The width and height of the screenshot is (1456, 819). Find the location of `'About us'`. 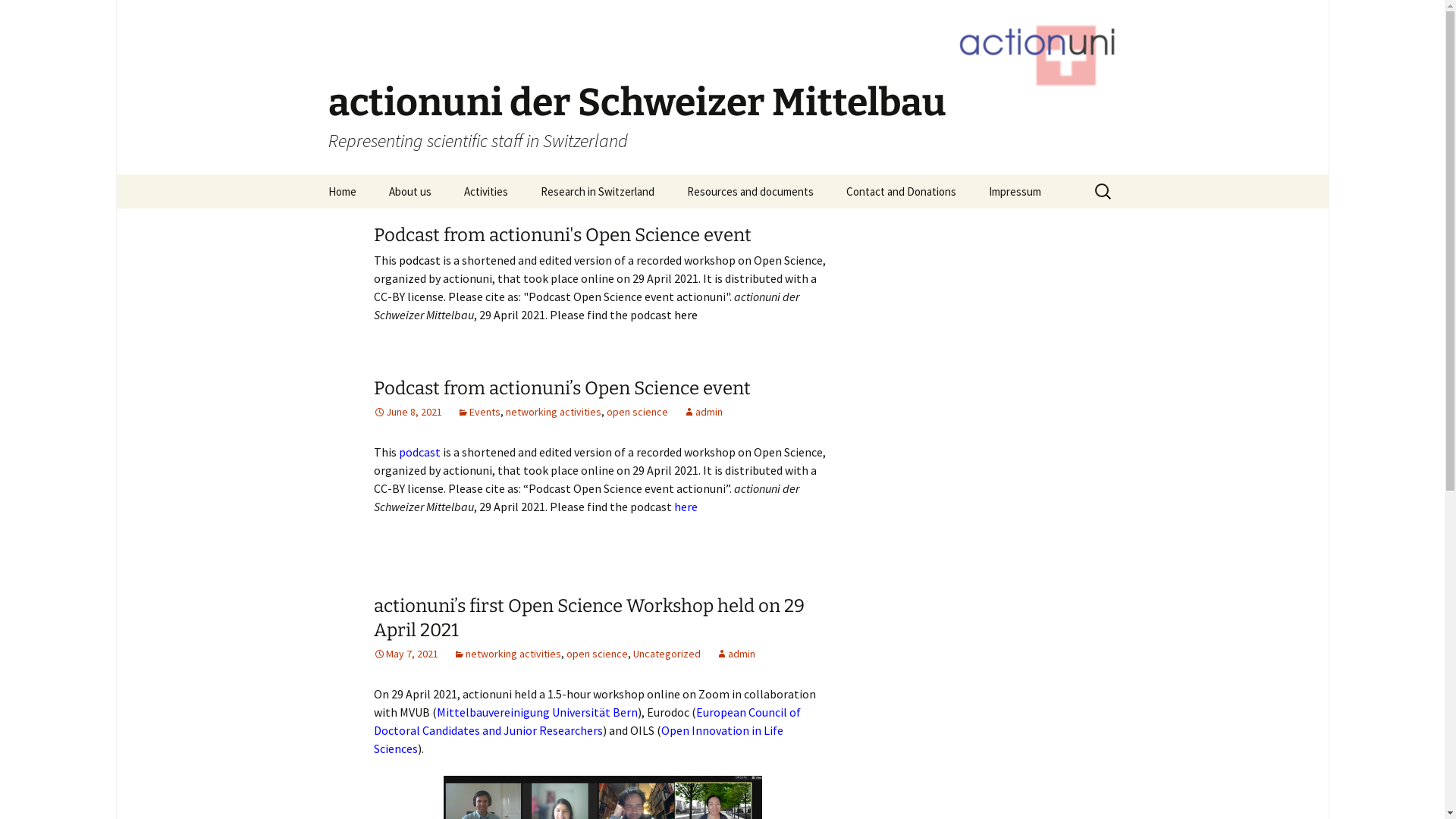

'About us' is located at coordinates (372, 190).